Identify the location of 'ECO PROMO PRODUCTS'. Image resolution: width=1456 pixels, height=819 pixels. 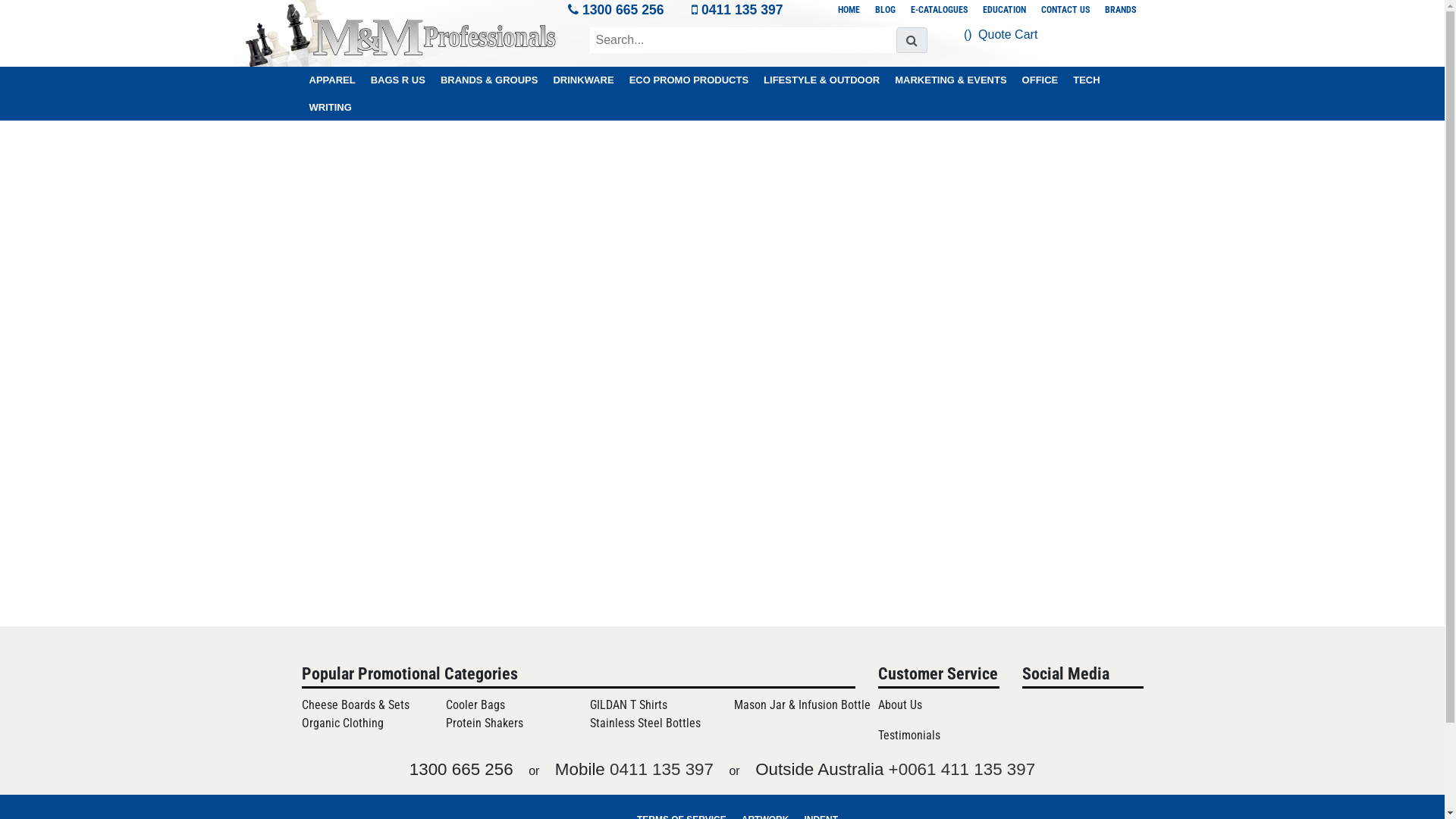
(688, 80).